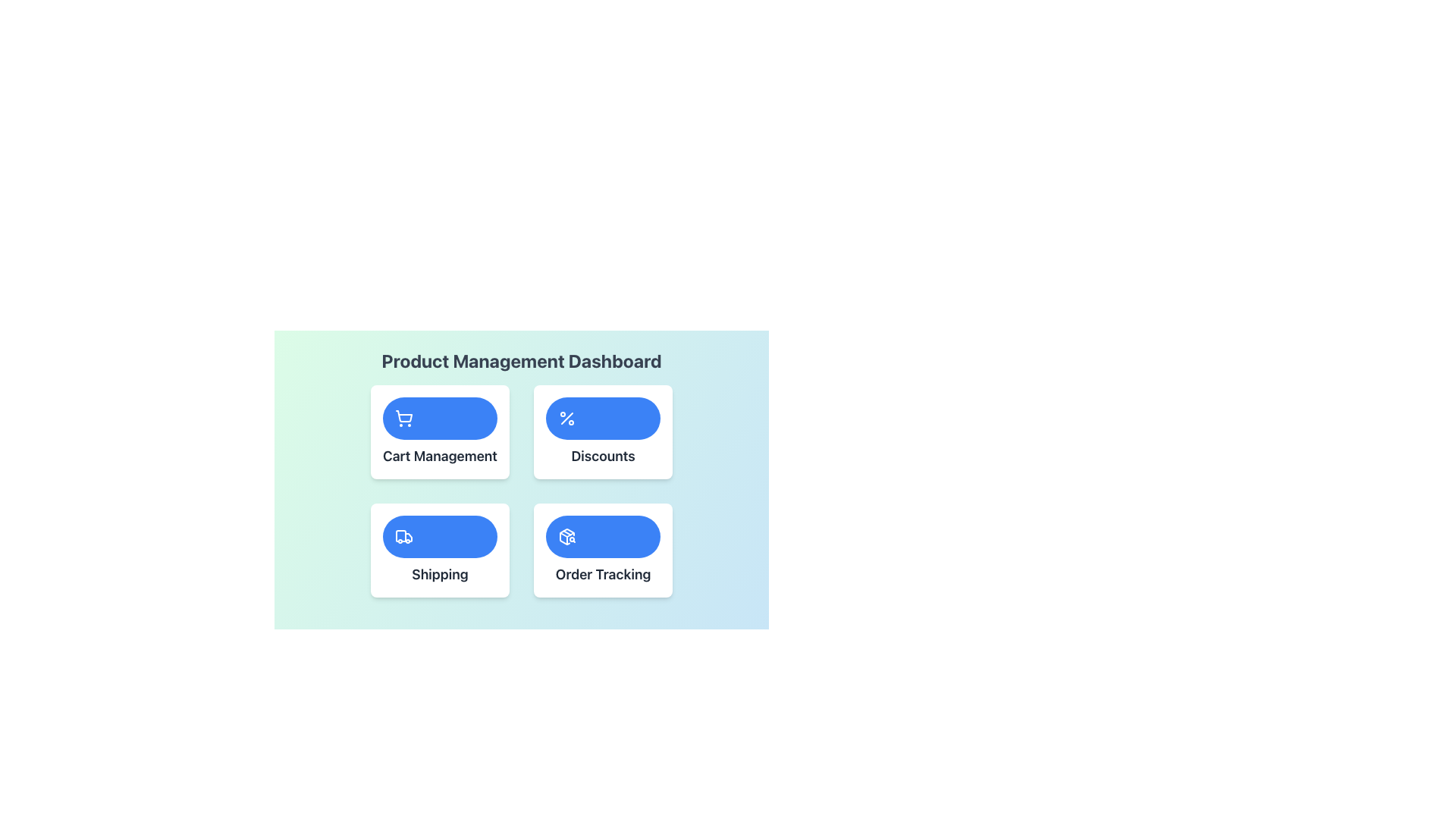  I want to click on the button located in the Discounts card at the top right corner of the 2x2 grid layout, which serves as the primary focus for discount-related functionalities, so click(602, 418).